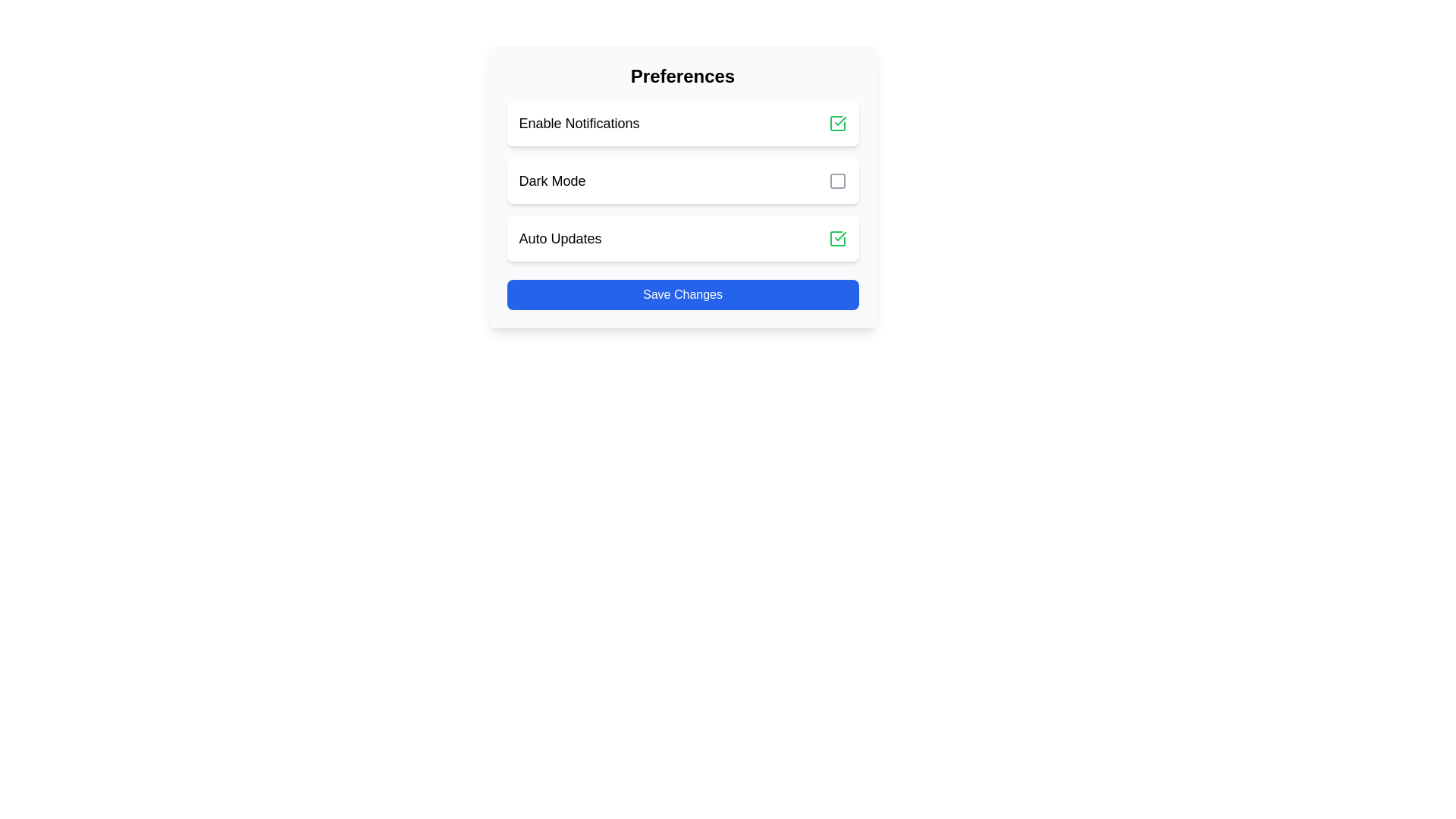  I want to click on the green checkmark icon in the checkbox located to the right of the 'Auto Updates' label, so click(836, 239).